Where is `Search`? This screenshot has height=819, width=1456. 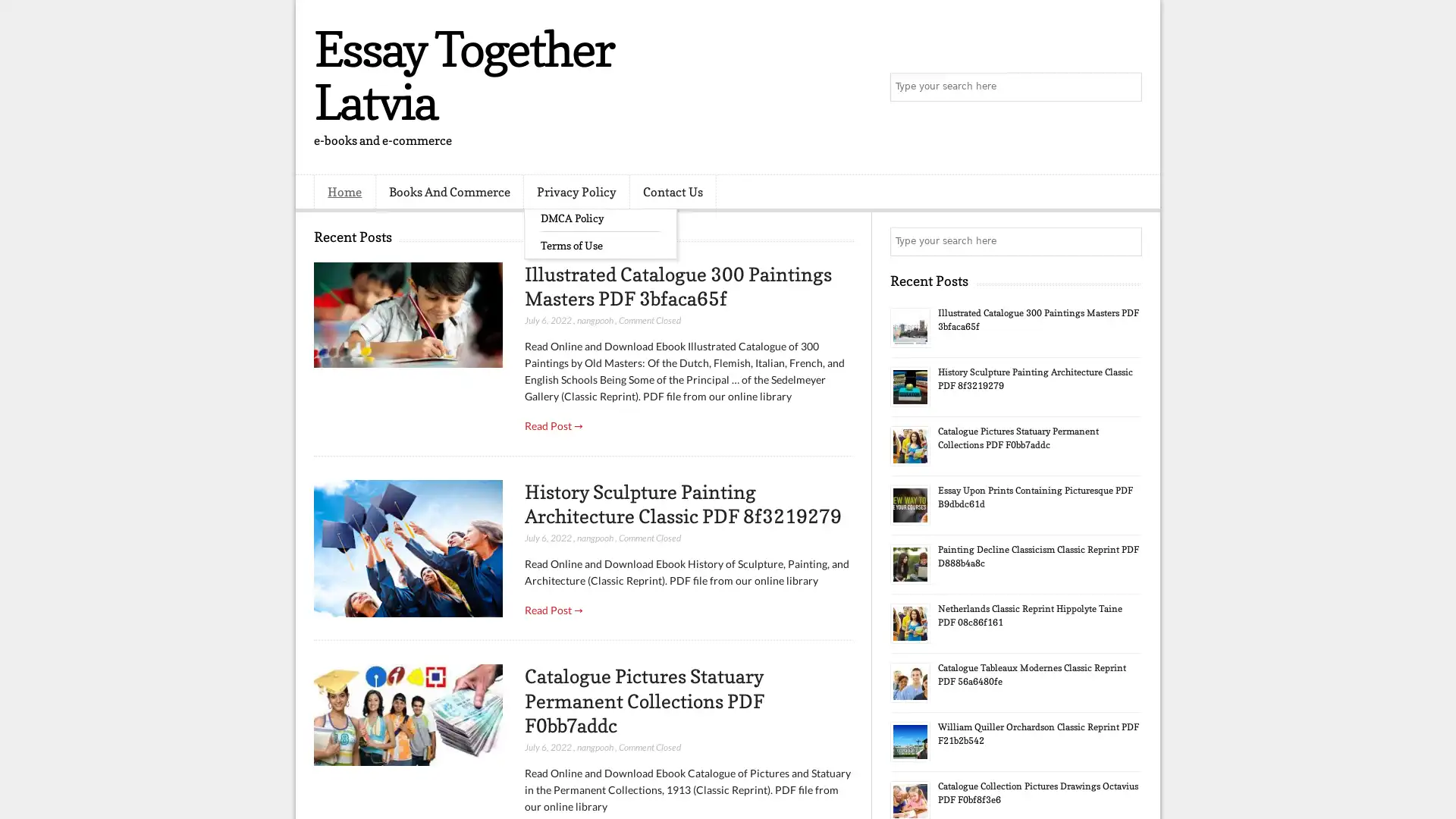
Search is located at coordinates (1126, 87).